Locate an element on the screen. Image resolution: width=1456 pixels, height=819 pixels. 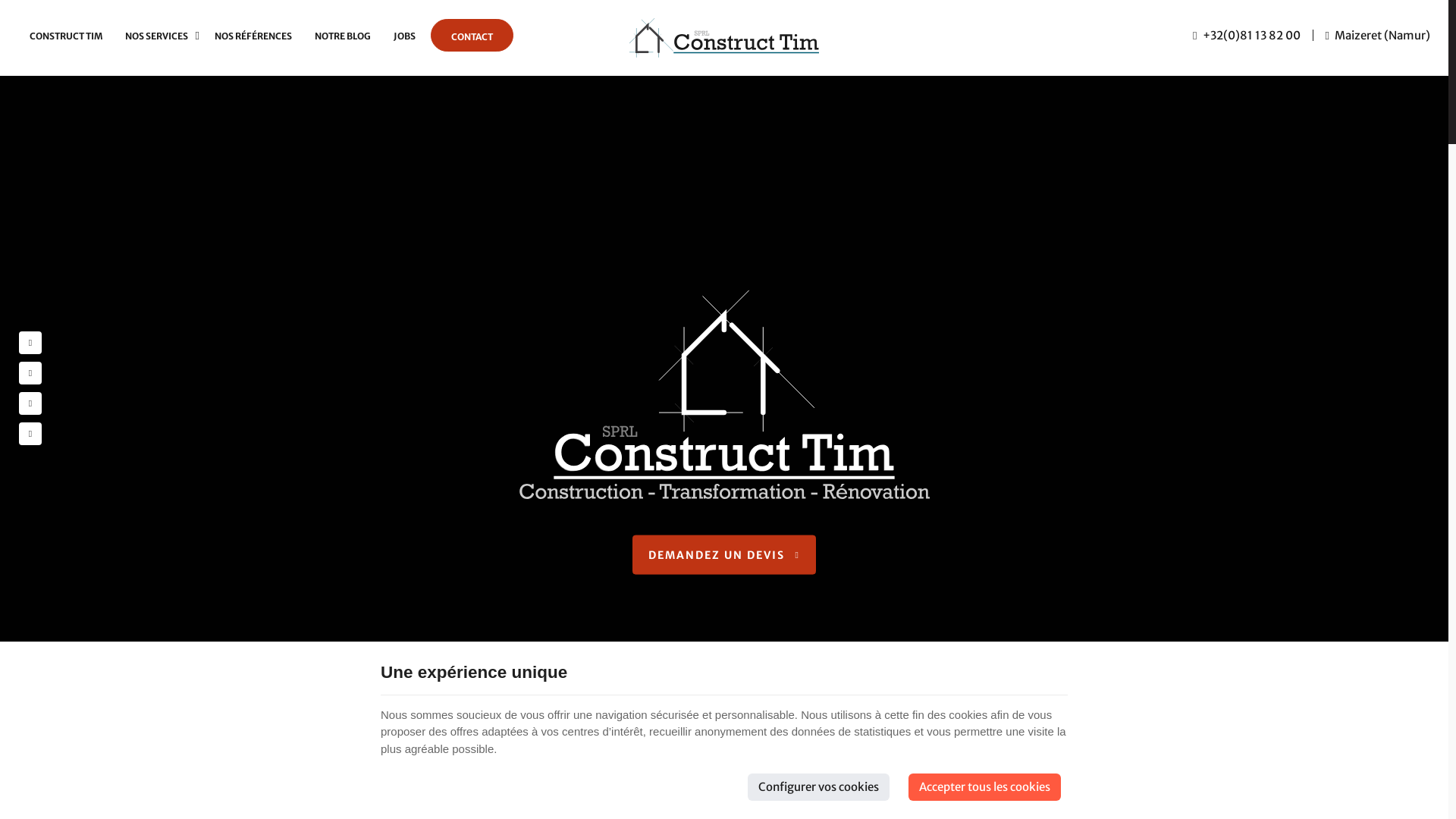
'CONSTRUCT TIM' is located at coordinates (64, 35).